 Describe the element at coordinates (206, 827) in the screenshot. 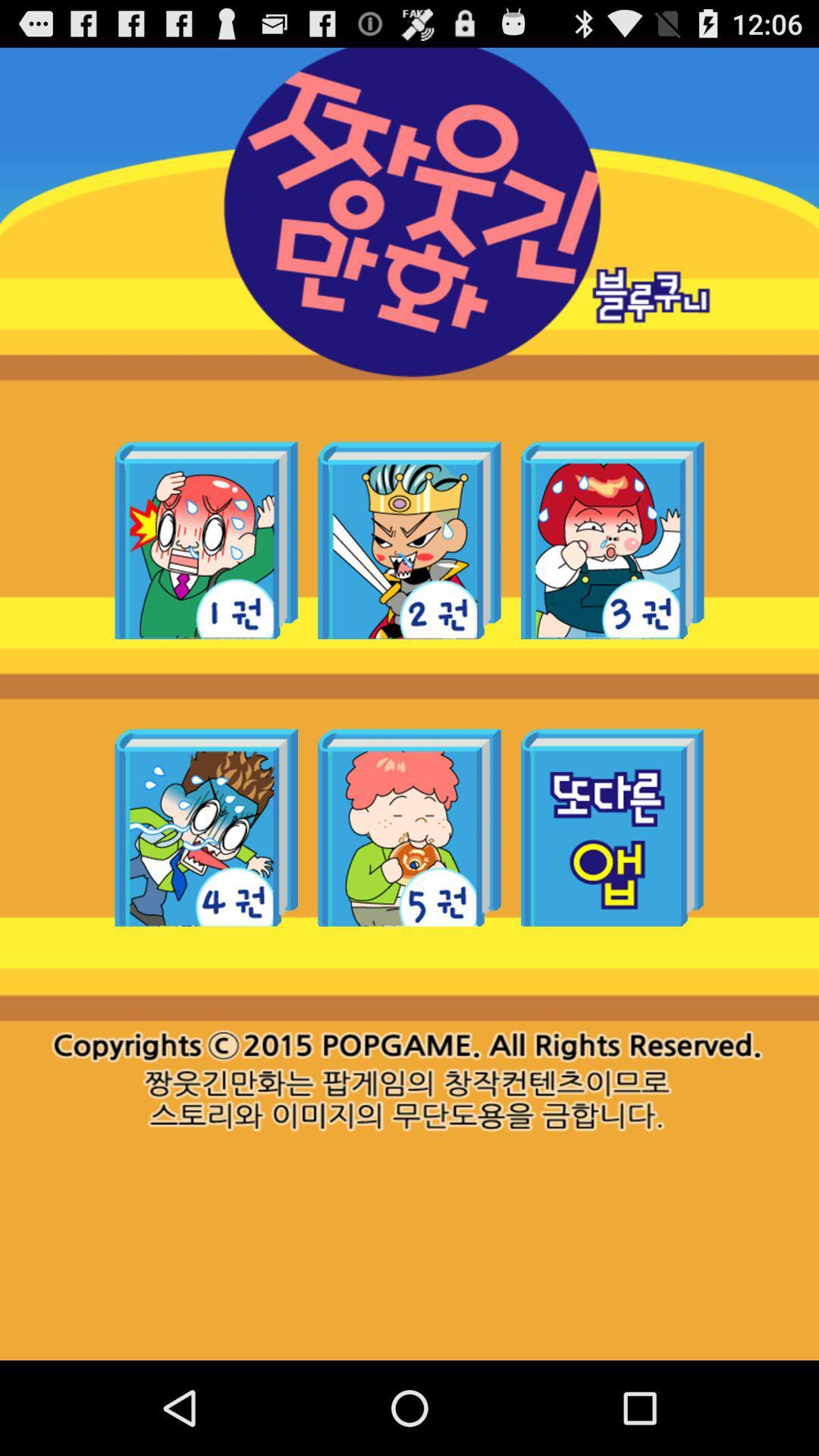

I see `flashing to click on japanese game` at that location.